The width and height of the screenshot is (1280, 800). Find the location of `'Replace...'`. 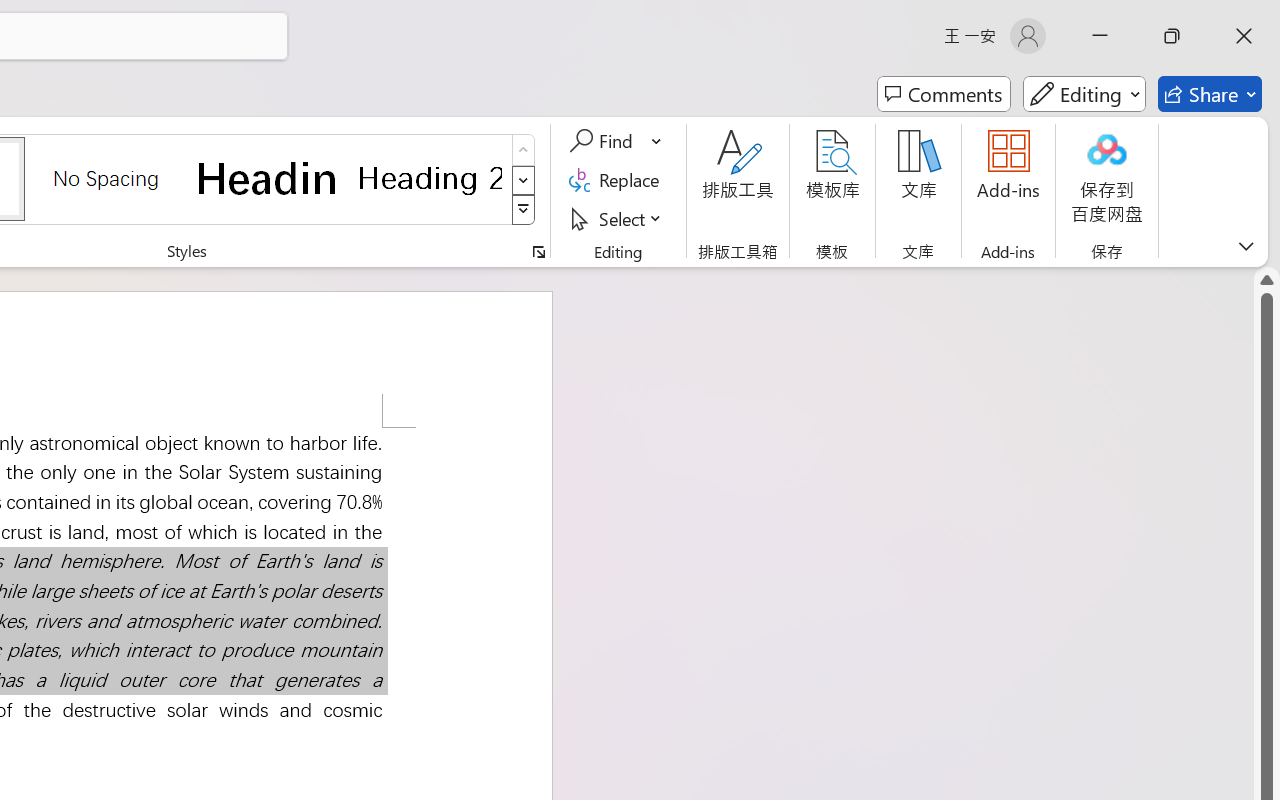

'Replace...' is located at coordinates (616, 179).